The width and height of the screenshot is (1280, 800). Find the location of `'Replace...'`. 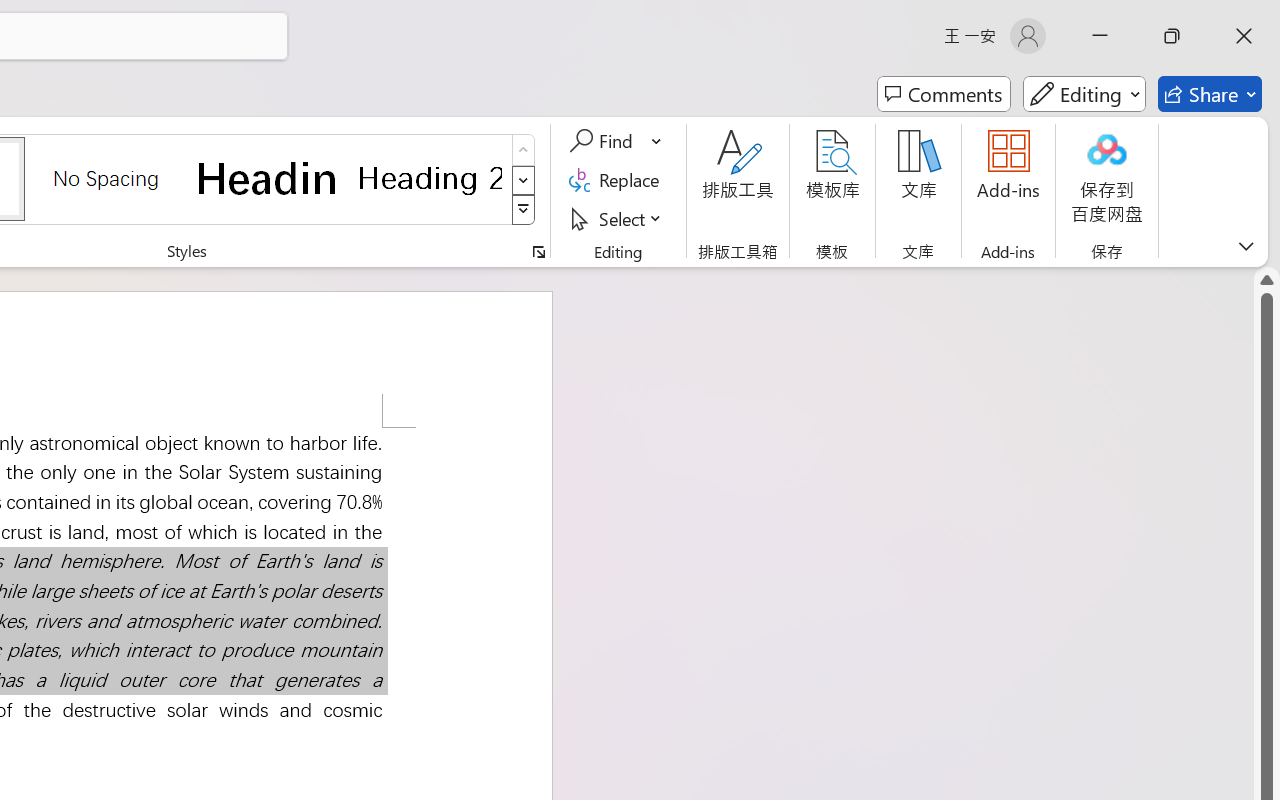

'Replace...' is located at coordinates (616, 179).